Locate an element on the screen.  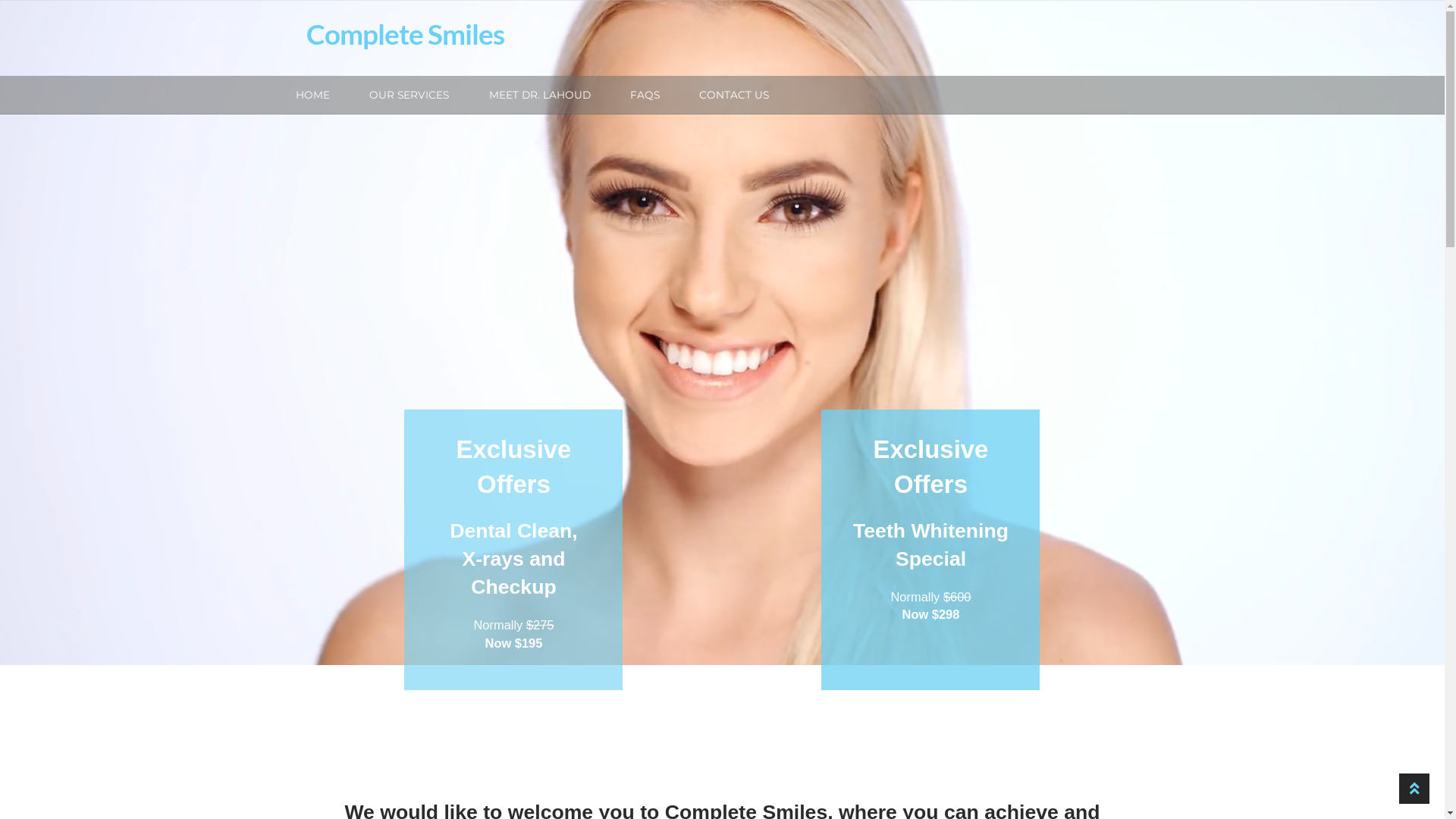
'HOME' is located at coordinates (312, 94).